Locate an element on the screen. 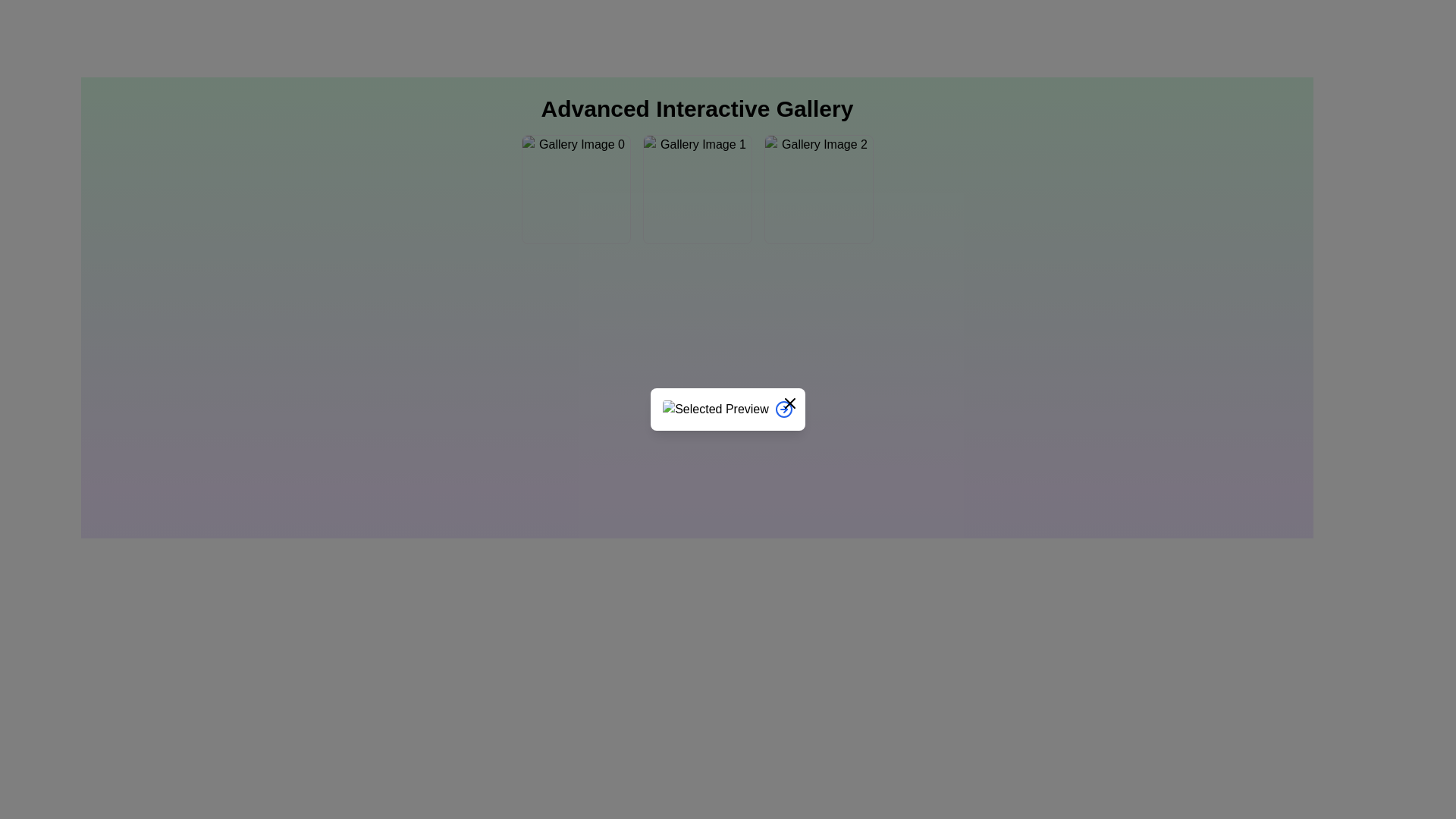 The height and width of the screenshot is (819, 1456). the buttons or links within the modal dialog or pop-up that shows the selected preview image, located at the center of the viewport is located at coordinates (728, 409).